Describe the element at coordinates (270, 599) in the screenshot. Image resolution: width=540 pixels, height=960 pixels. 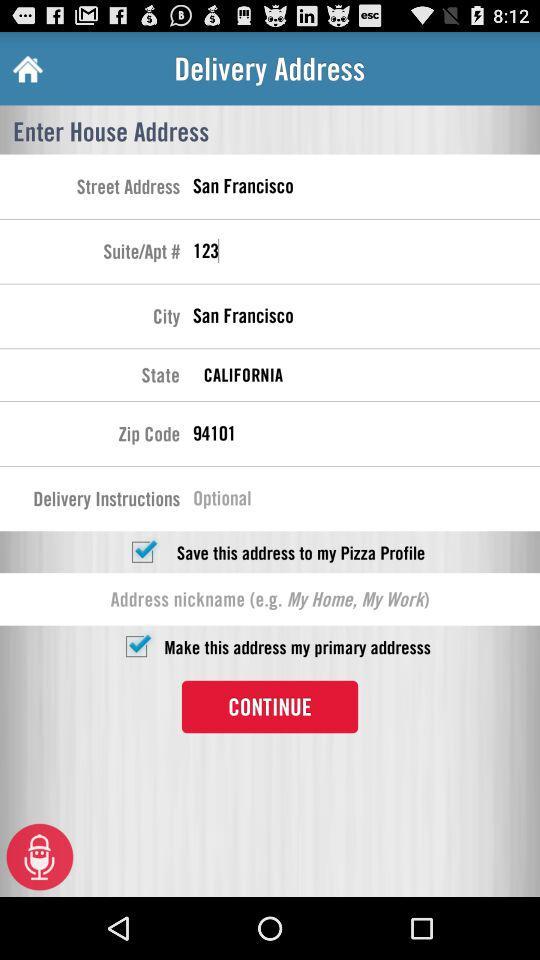
I see `address nickname` at that location.